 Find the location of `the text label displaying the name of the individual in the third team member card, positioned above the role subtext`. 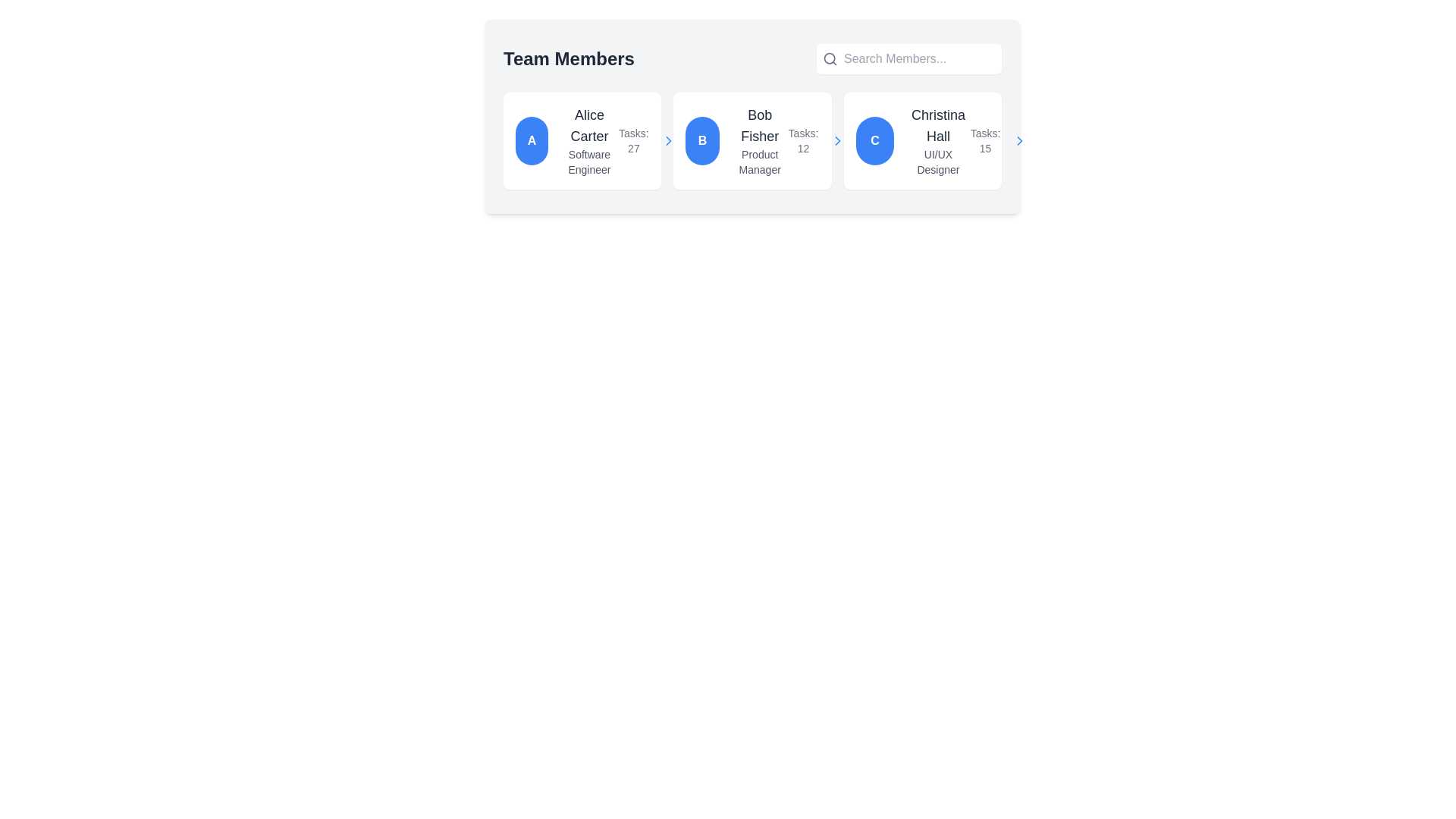

the text label displaying the name of the individual in the third team member card, positioned above the role subtext is located at coordinates (937, 124).